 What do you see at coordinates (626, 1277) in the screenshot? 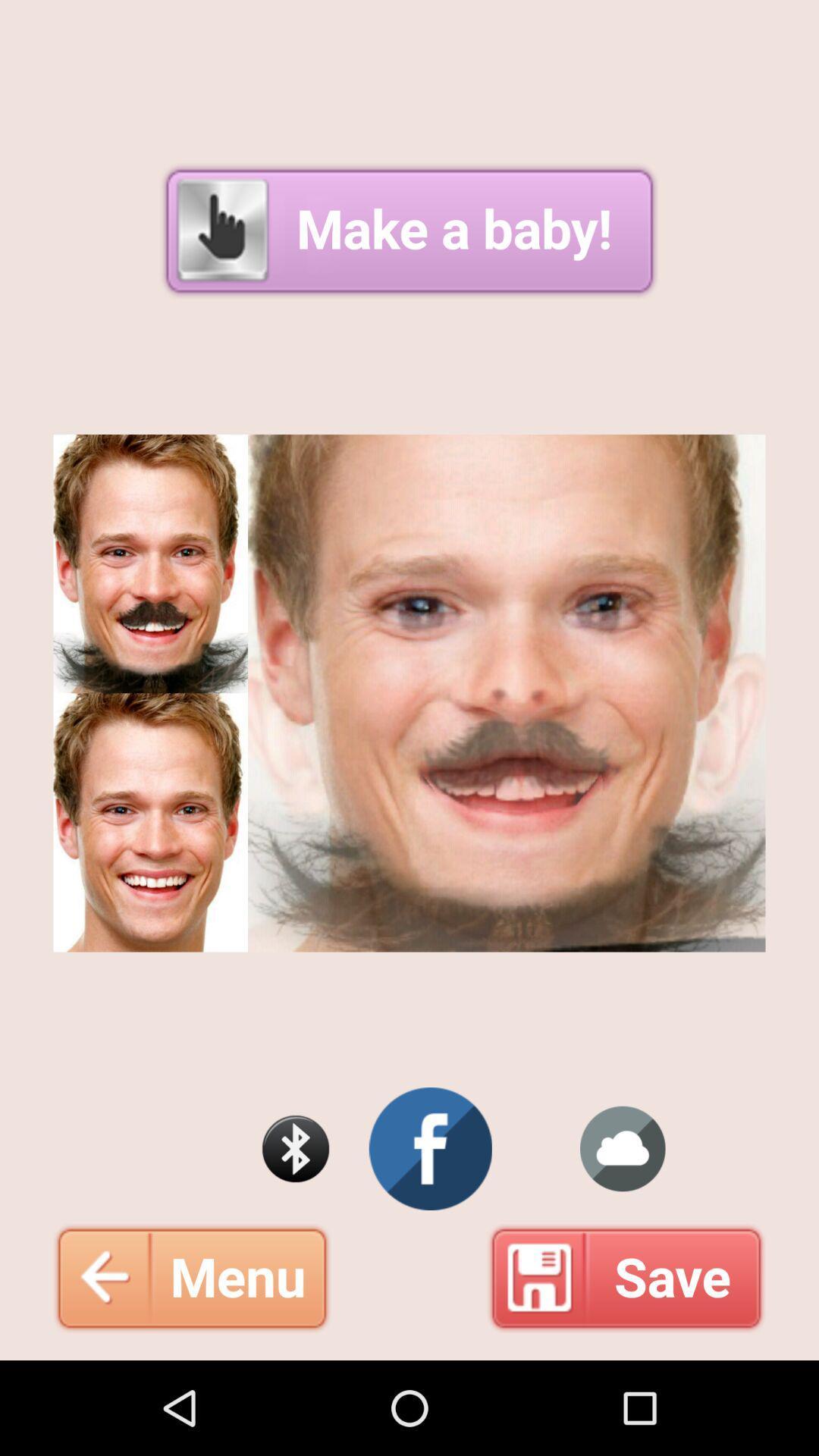
I see `save item` at bounding box center [626, 1277].